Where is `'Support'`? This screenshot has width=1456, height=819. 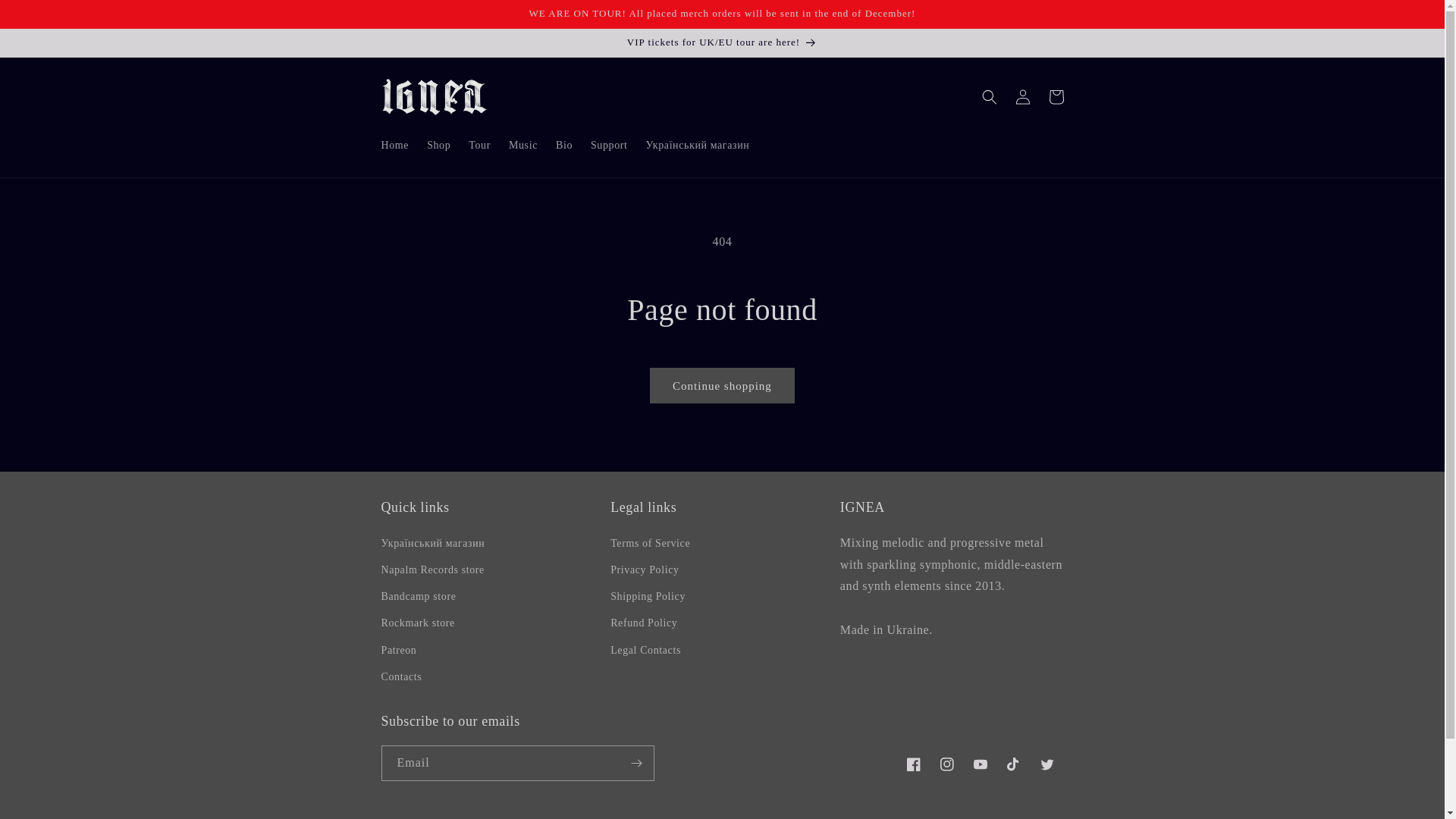 'Support' is located at coordinates (609, 146).